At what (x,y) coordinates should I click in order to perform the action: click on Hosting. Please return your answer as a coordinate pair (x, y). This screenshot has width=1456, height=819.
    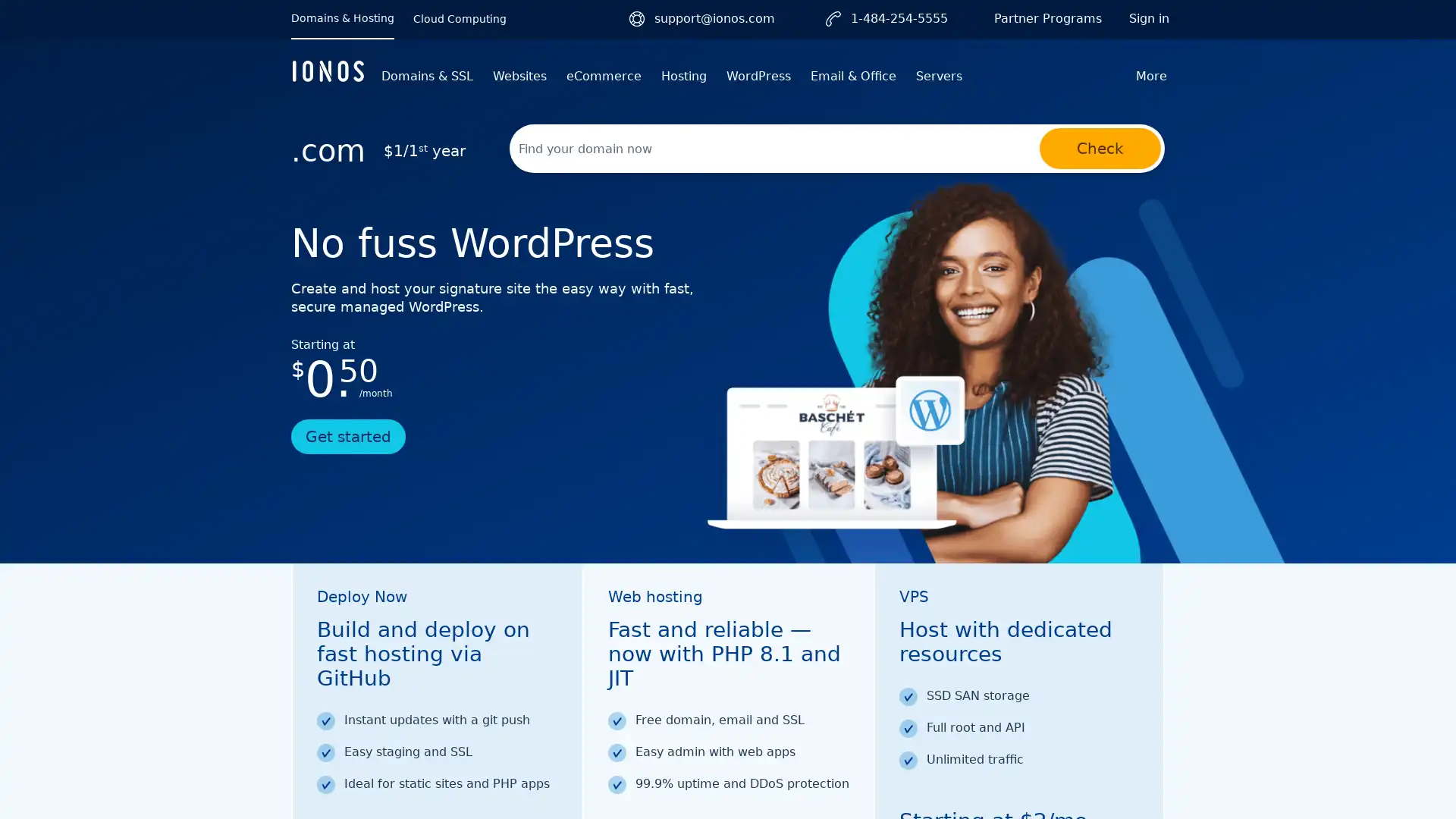
    Looking at the image, I should click on (670, 76).